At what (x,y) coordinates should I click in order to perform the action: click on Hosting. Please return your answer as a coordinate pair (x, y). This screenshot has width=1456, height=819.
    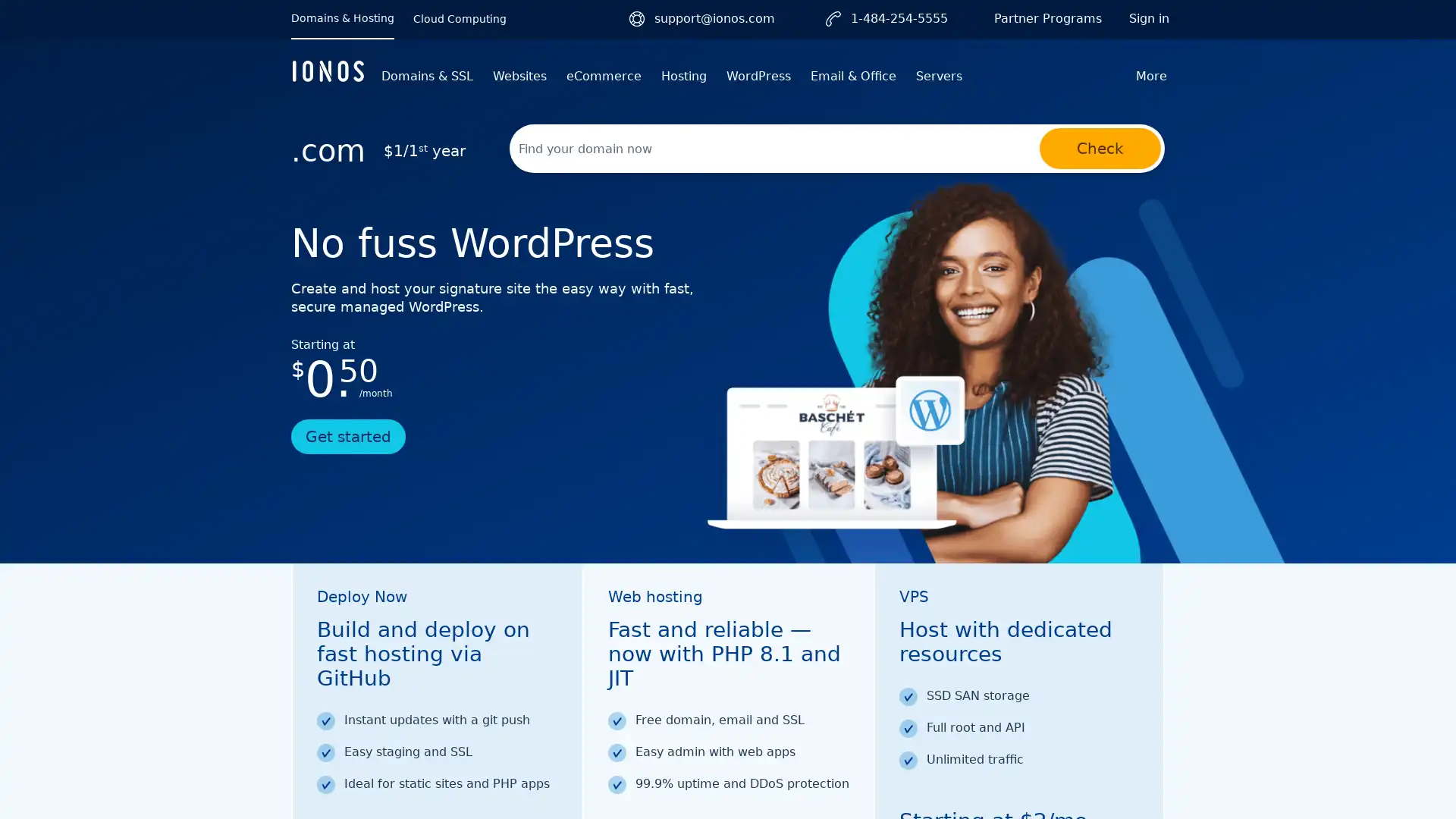
    Looking at the image, I should click on (670, 76).